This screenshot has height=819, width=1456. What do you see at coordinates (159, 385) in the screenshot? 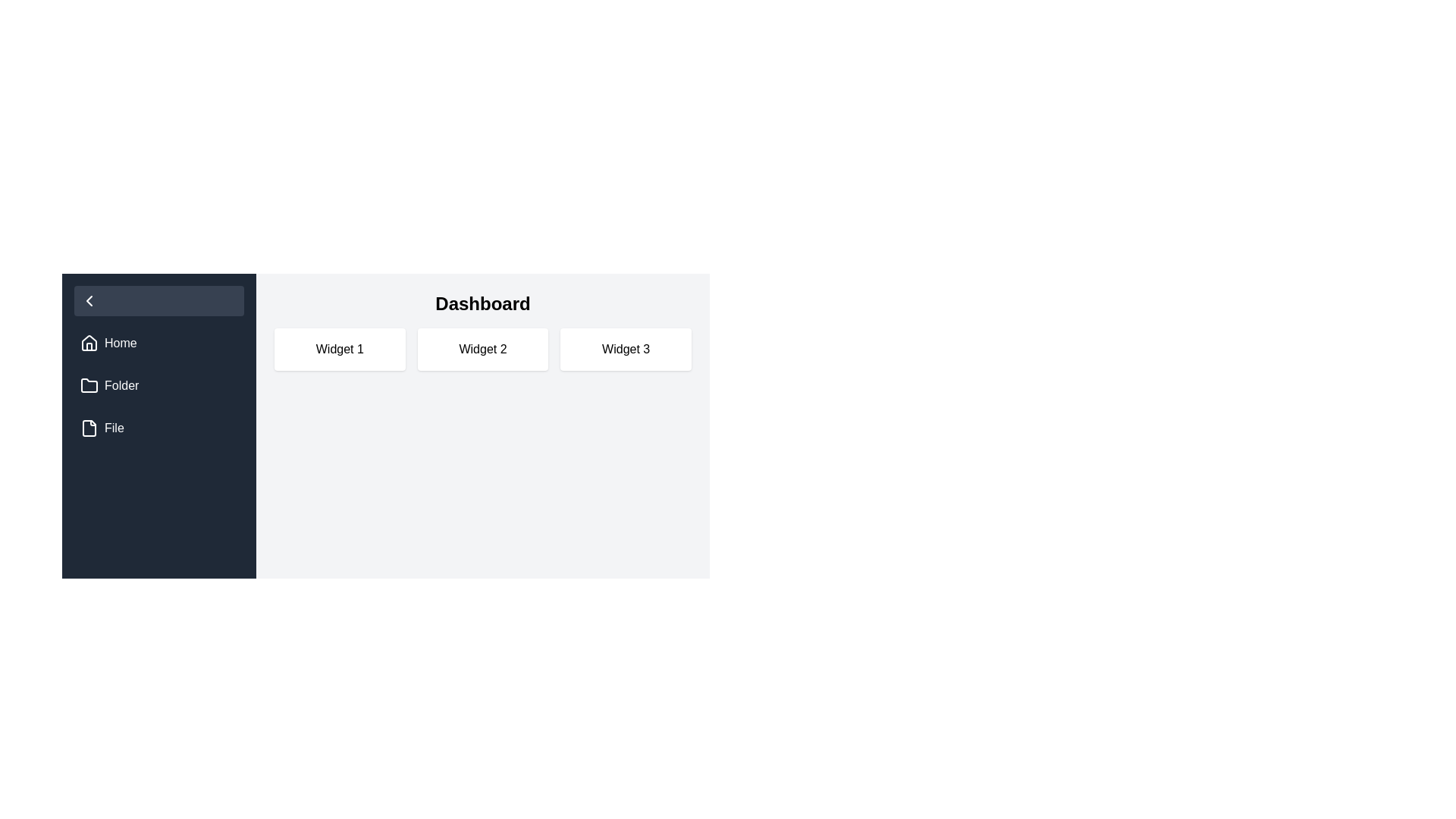
I see `the 'Folder' button located in the vertical list menu in the sidebar` at bounding box center [159, 385].